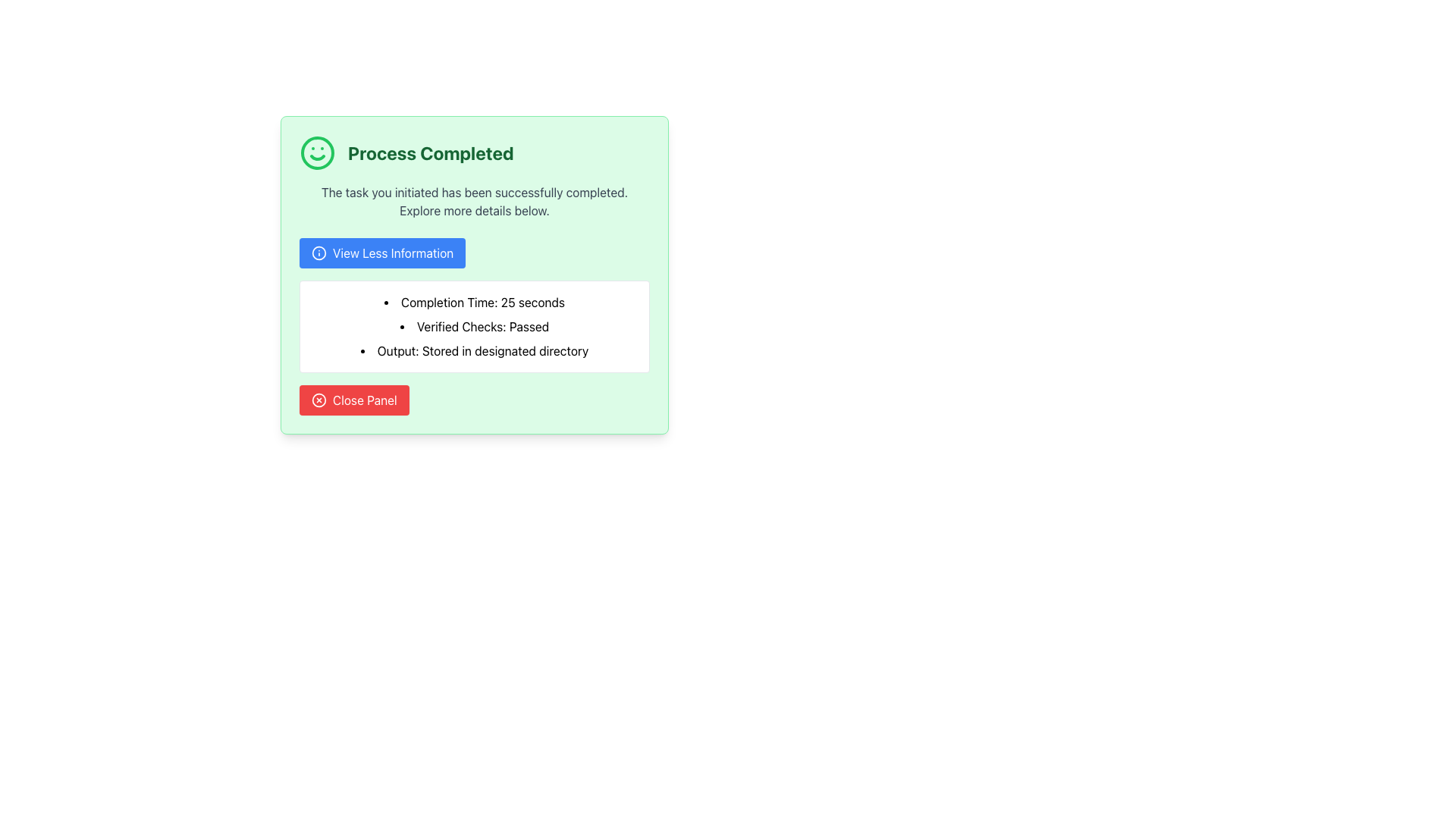 Image resolution: width=1456 pixels, height=819 pixels. I want to click on the button located at the top-right corner of the 'Process Completed' card, so click(318, 400).